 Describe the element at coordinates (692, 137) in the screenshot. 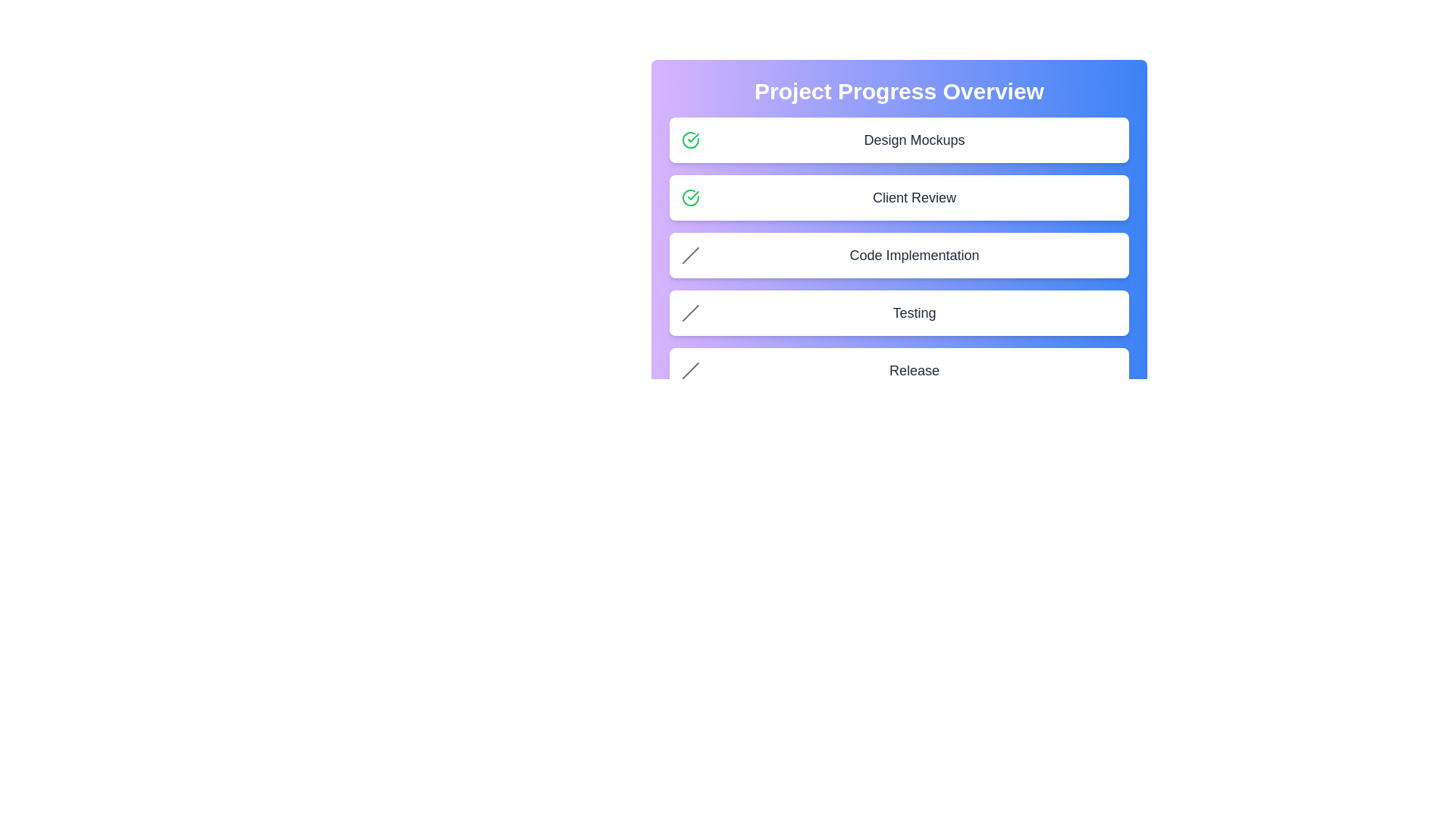

I see `the checkmark inside a circle icon that indicates the completion of the 'Client Review' task, located to the left of the text 'Client Review'` at that location.